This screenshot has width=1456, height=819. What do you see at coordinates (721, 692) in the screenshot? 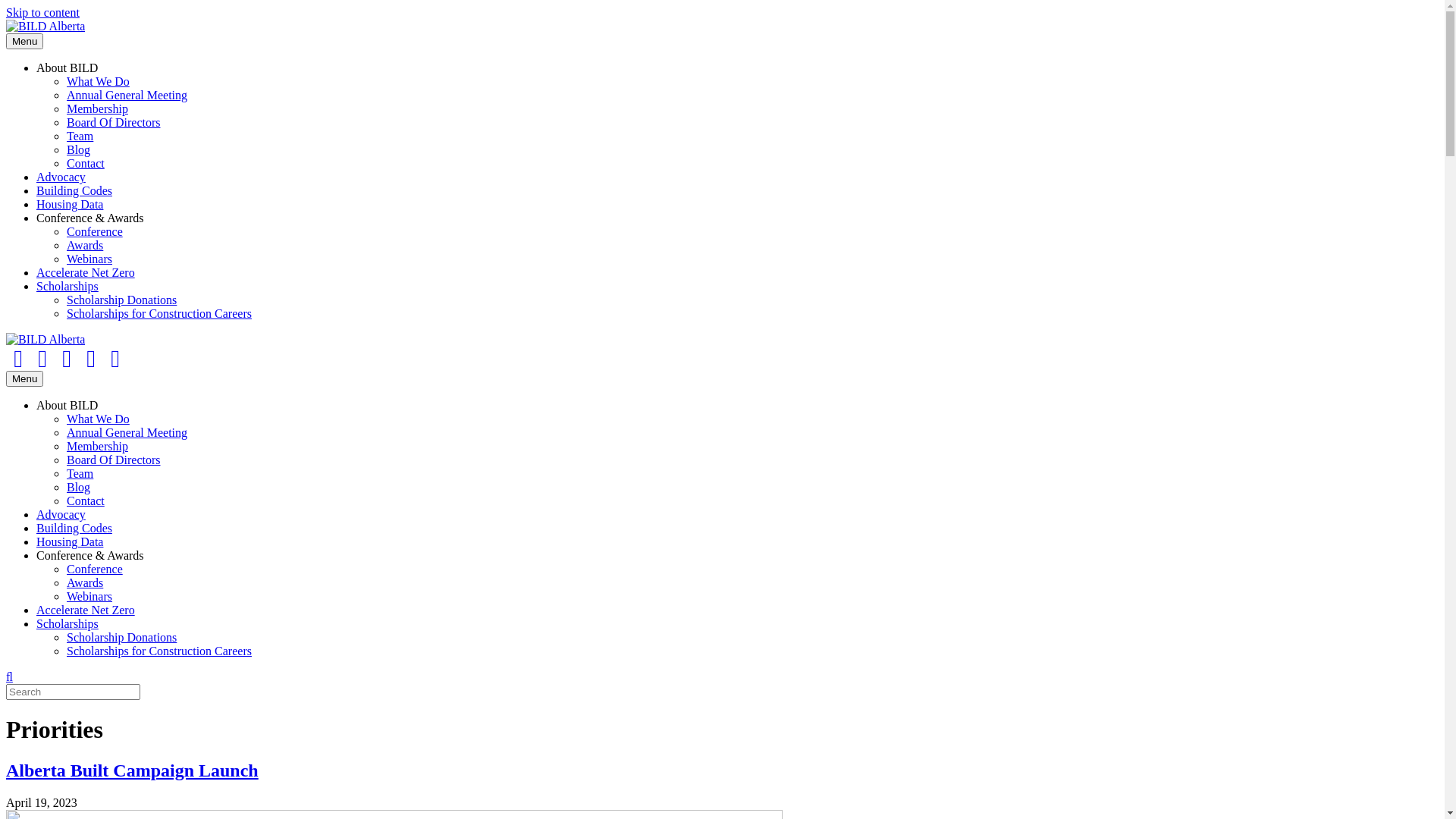
I see `'Type and press Enter to search.'` at bounding box center [721, 692].